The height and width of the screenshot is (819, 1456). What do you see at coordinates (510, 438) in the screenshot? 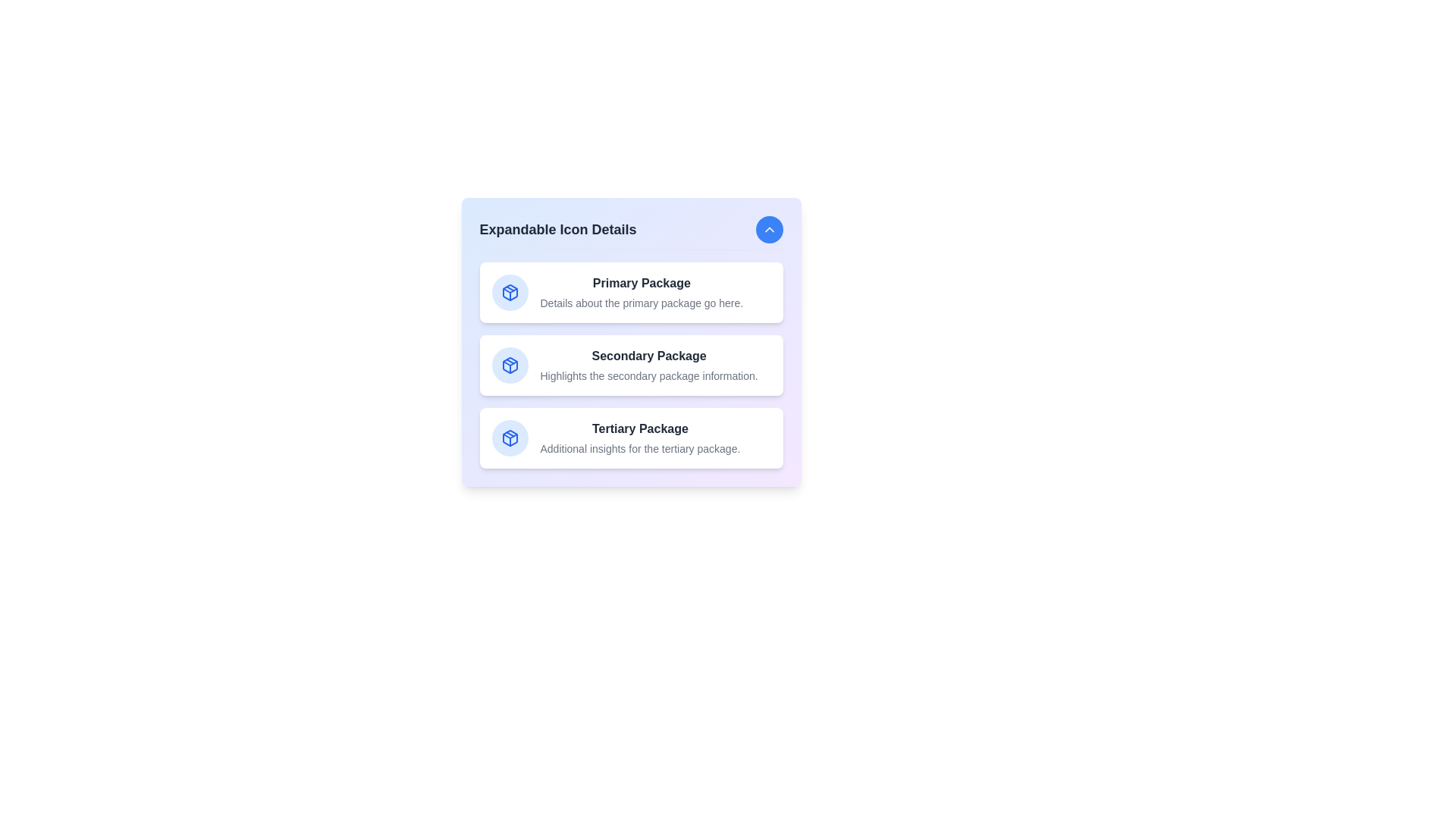
I see `the circular icon button with a light blue background and a package box icon in darker blue, located to the left of the 'Tertiary Package' text block` at bounding box center [510, 438].